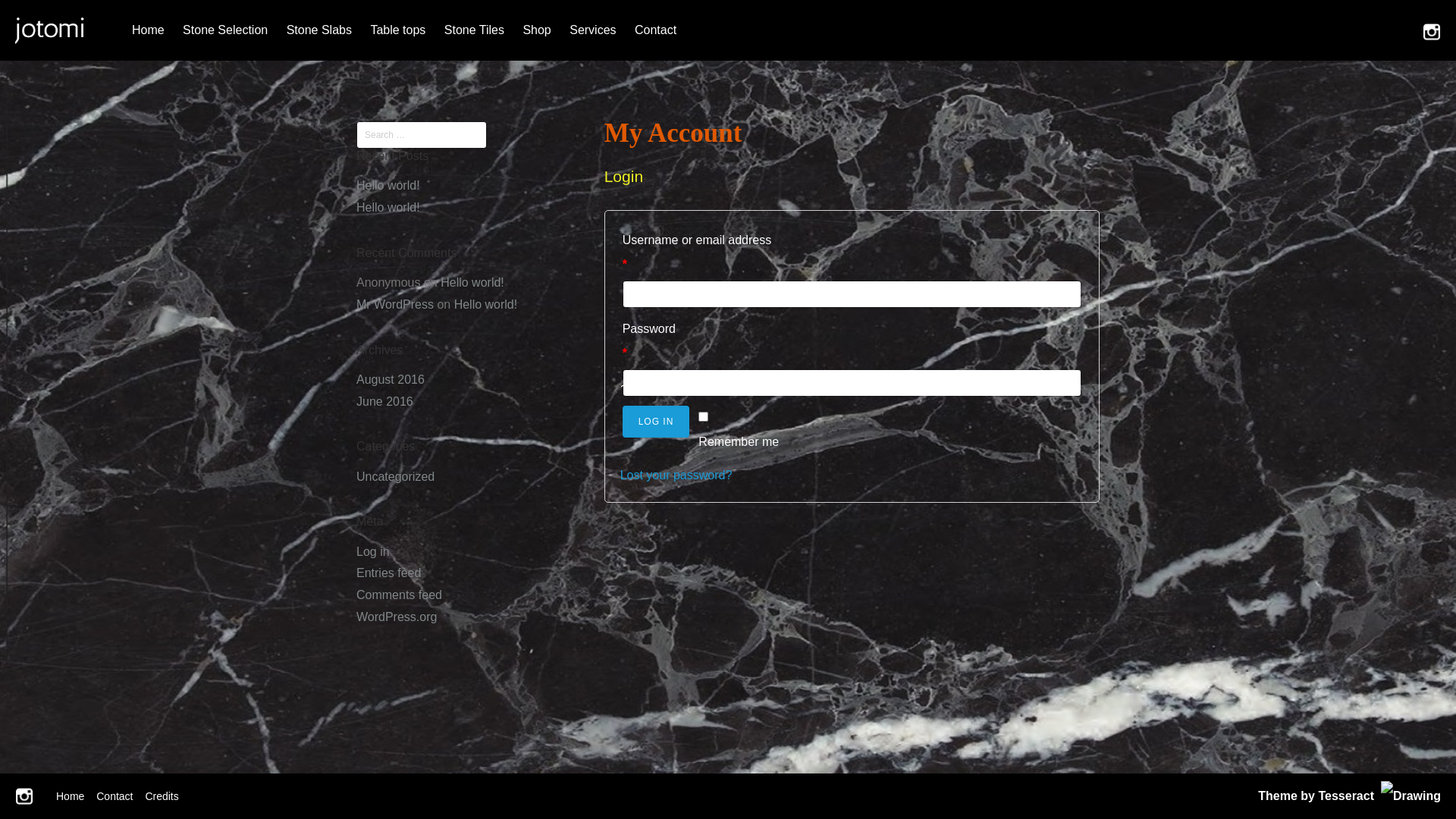 The image size is (1456, 819). I want to click on 'August 2016', so click(390, 378).